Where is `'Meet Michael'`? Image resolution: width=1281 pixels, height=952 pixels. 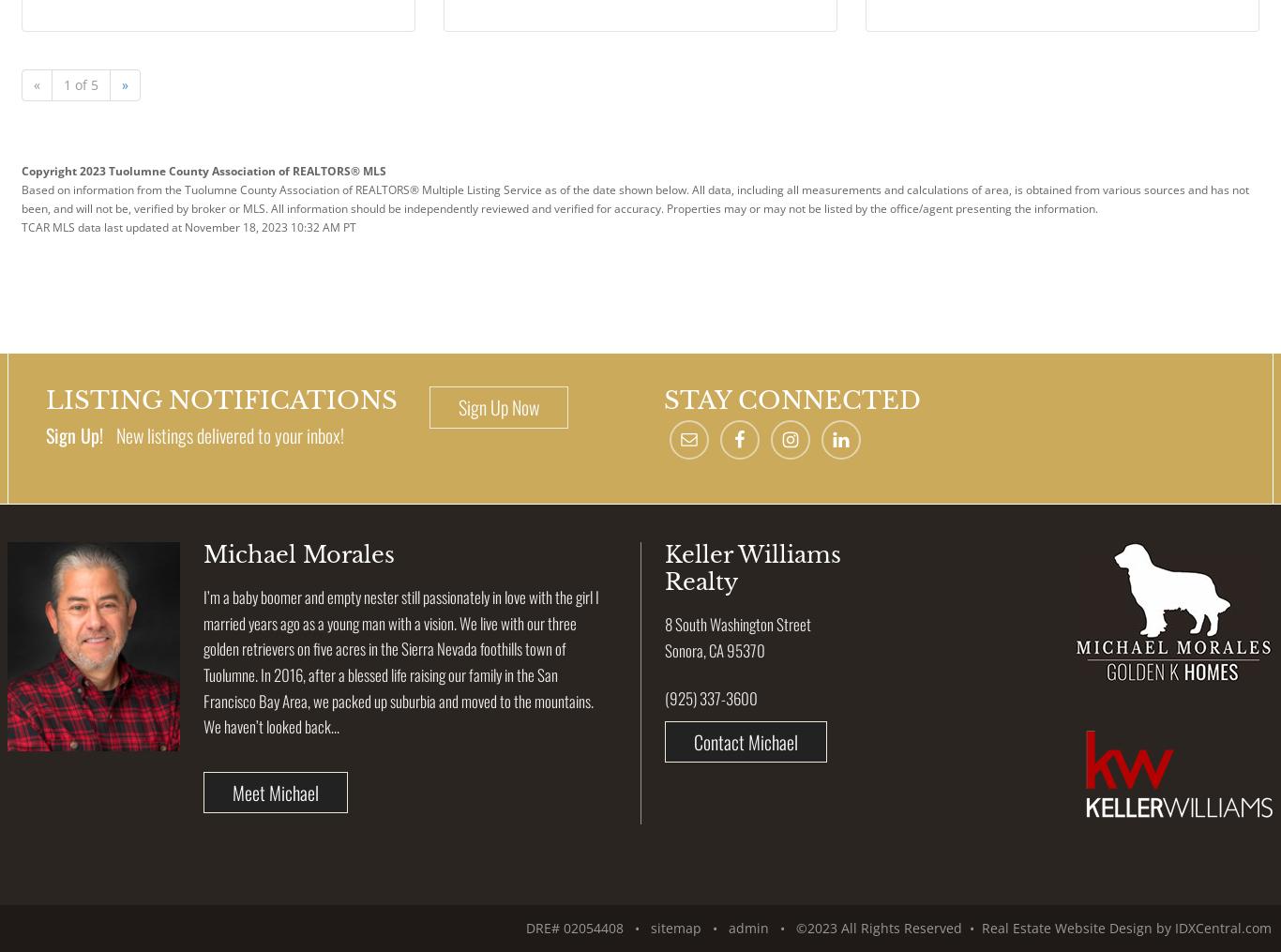
'Meet Michael' is located at coordinates (275, 791).